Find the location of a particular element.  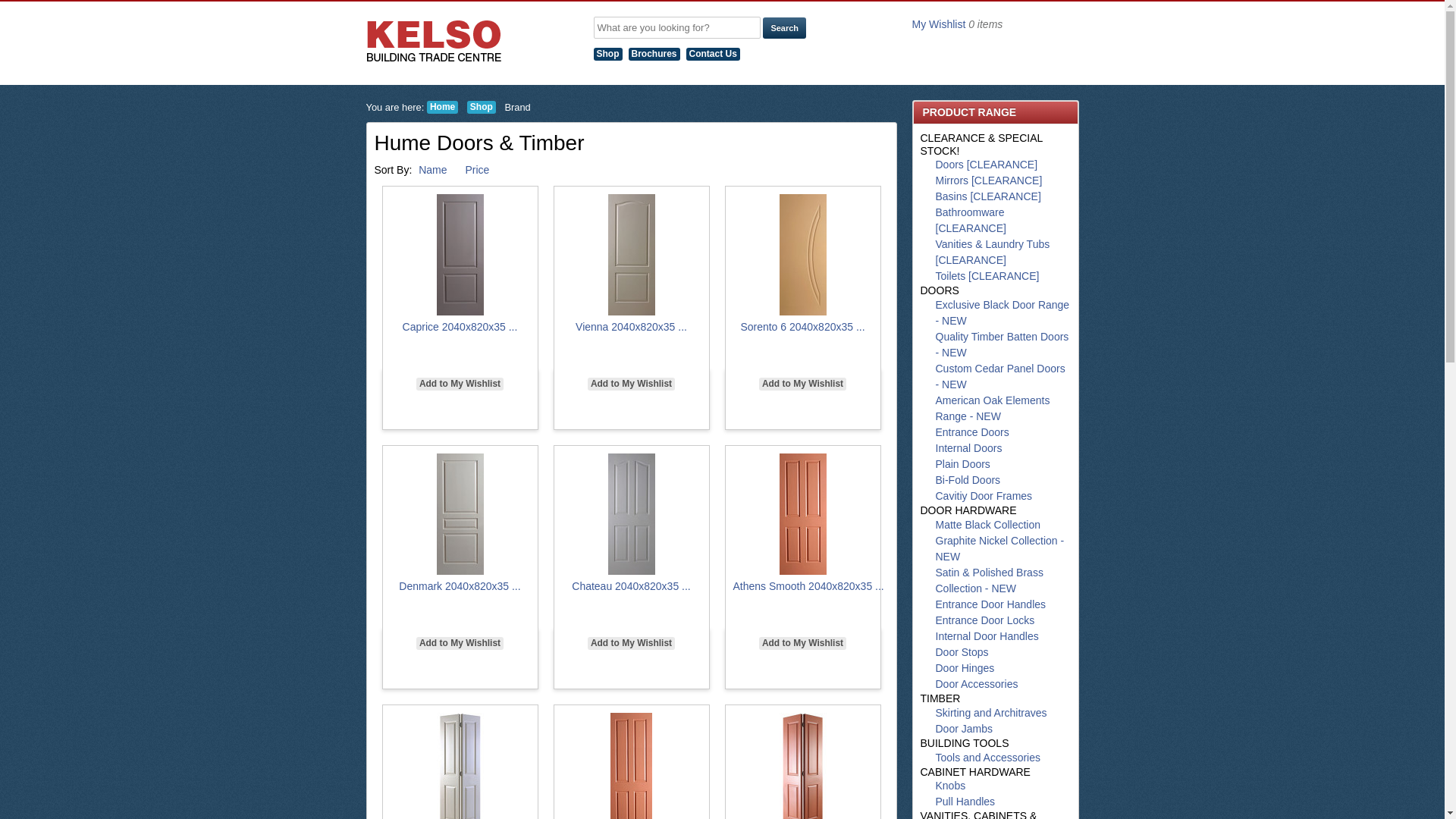

'Brochures' is located at coordinates (628, 52).